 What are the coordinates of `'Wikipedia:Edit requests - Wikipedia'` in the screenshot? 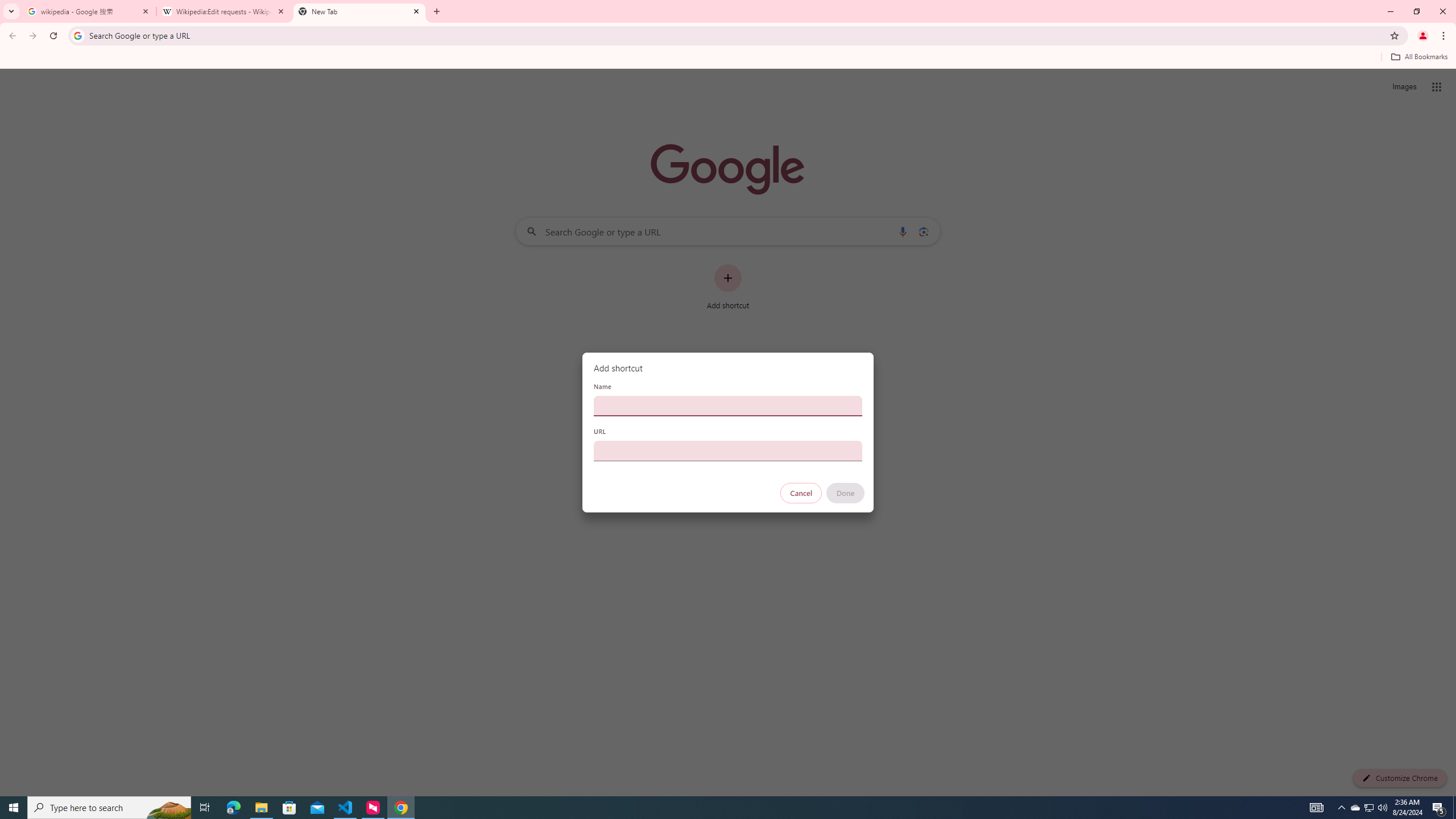 It's located at (224, 11).